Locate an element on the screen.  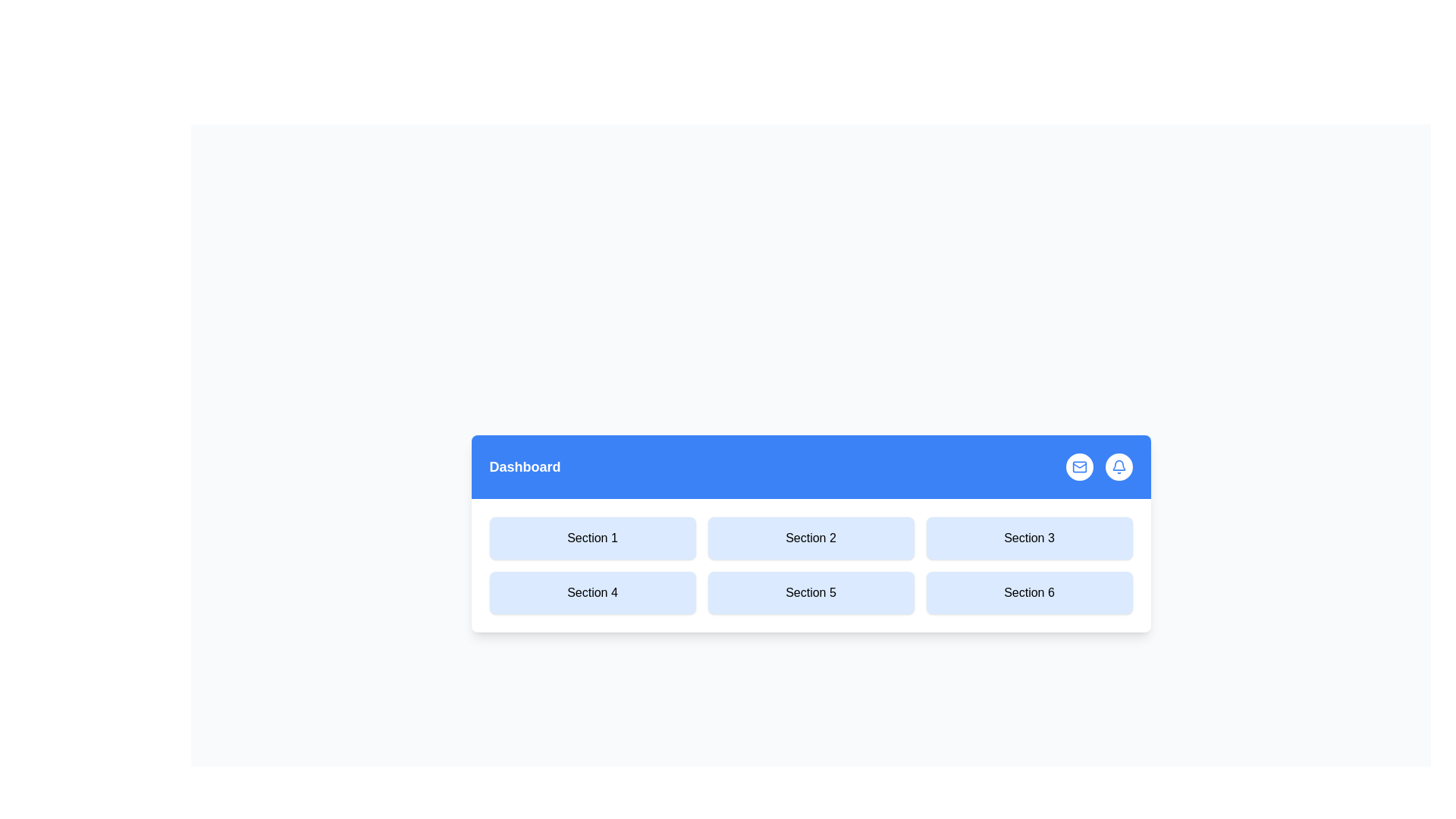
the 'Dashboard' text label located in the blue header bar at the top left of the interface is located at coordinates (525, 466).